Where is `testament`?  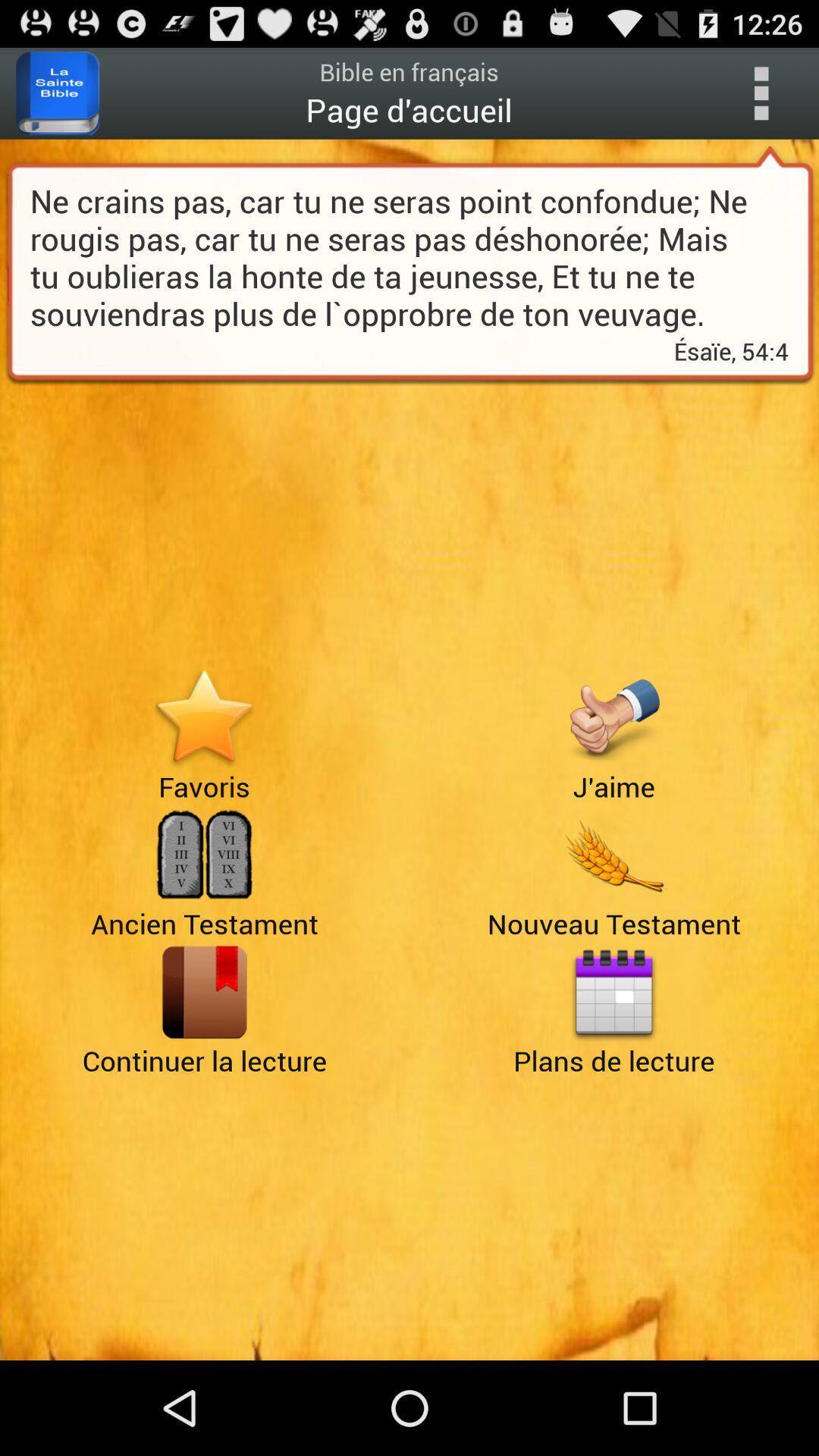
testament is located at coordinates (613, 855).